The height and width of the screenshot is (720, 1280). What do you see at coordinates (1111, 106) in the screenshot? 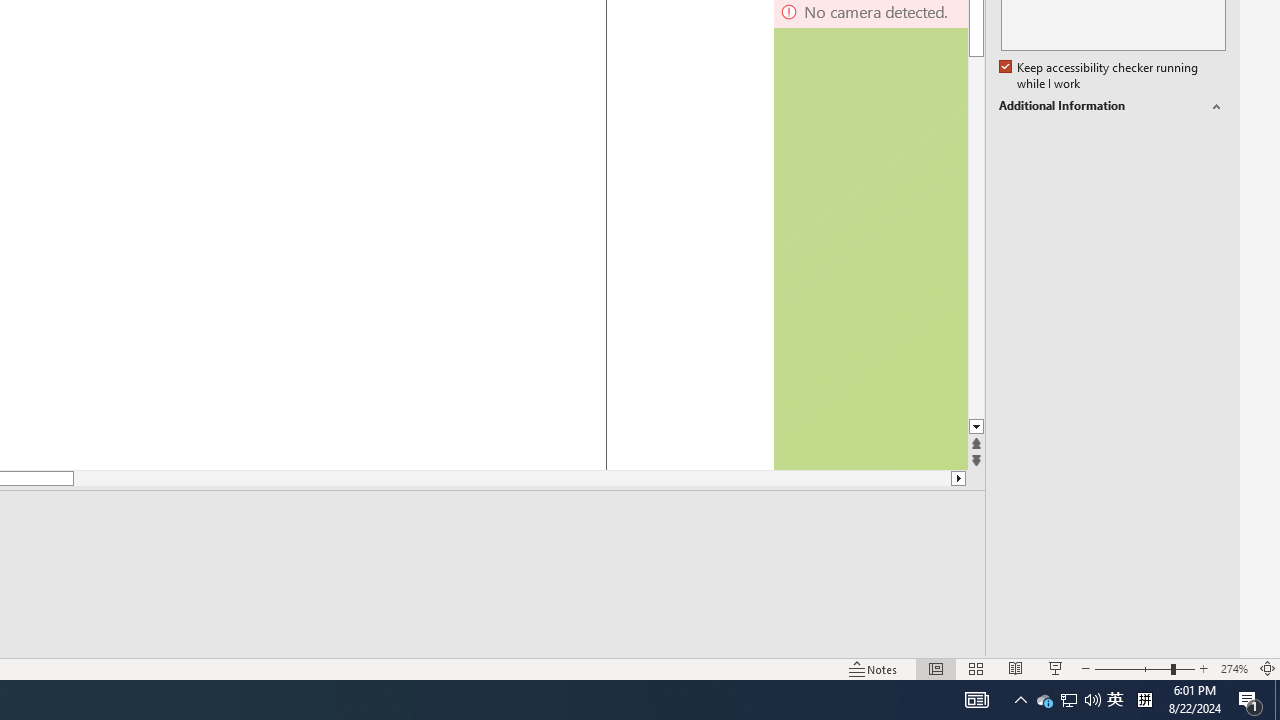
I see `'Additional Information'` at bounding box center [1111, 106].